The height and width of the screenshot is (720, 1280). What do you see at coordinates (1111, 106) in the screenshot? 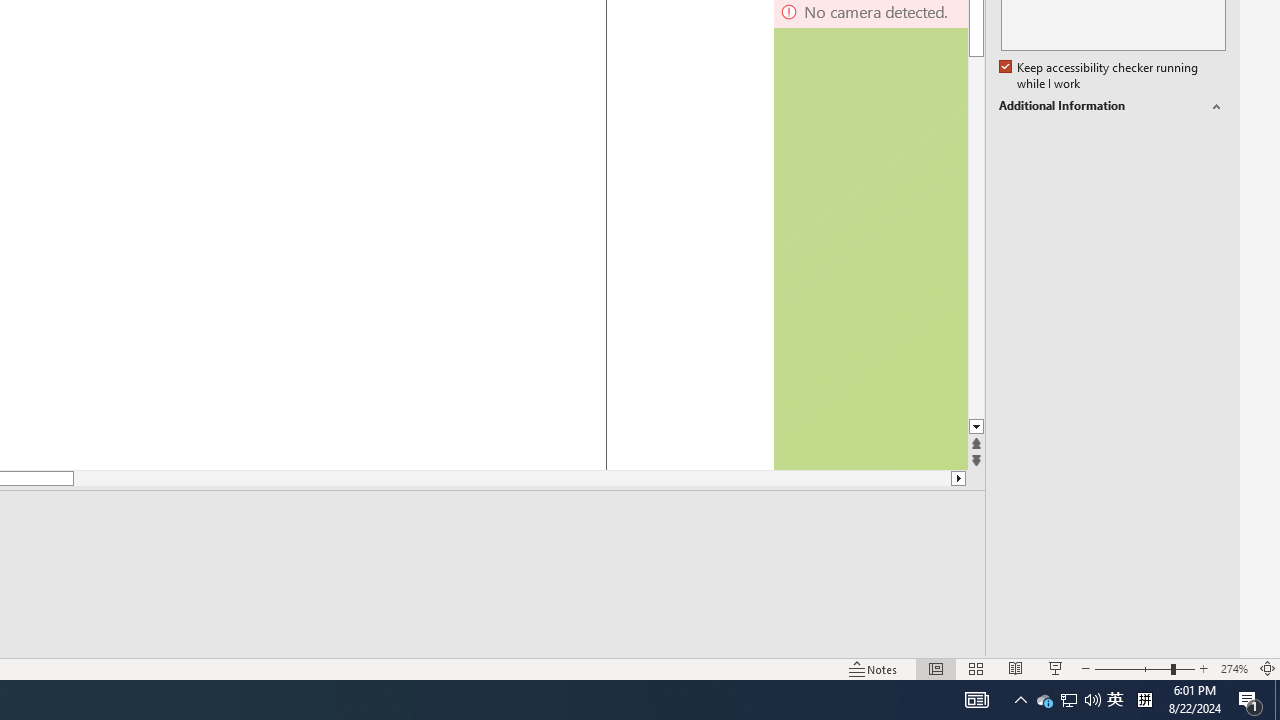
I see `'Additional Information'` at bounding box center [1111, 106].